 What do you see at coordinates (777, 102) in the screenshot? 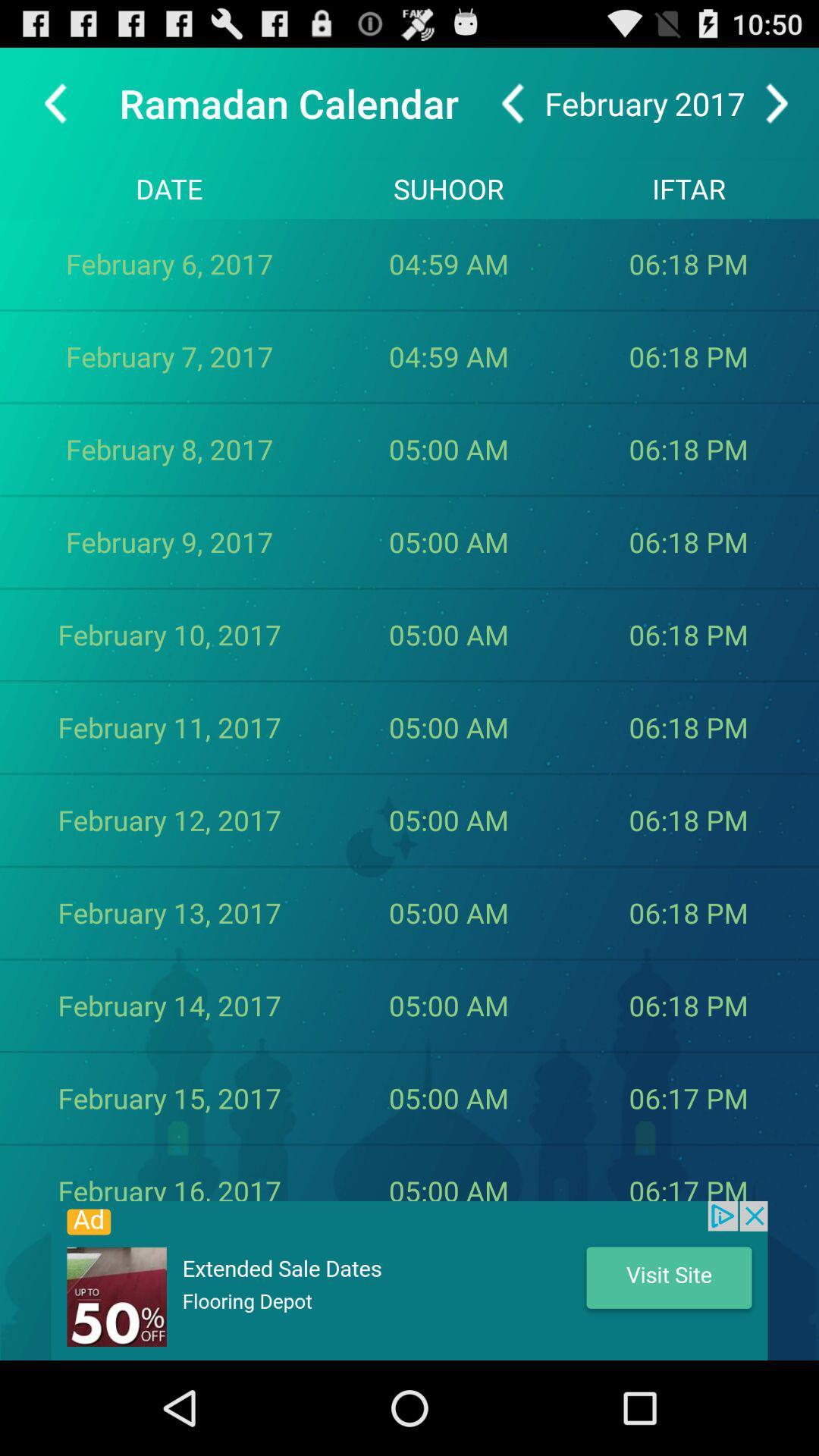
I see `next` at bounding box center [777, 102].